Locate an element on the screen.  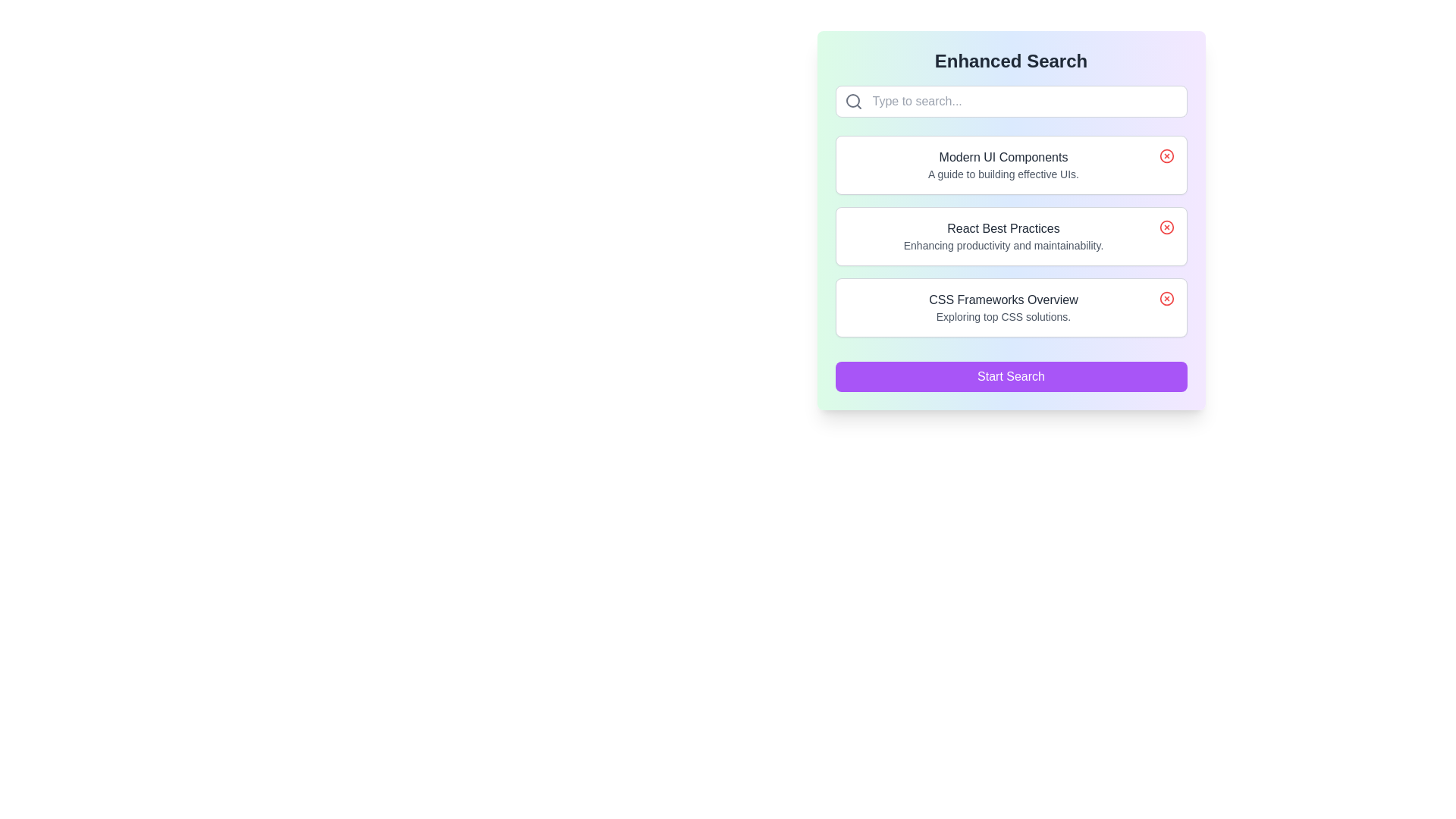
descriptive text label located below 'CSS Frameworks Overview' in the vertical list of items, specifically the description of the third item is located at coordinates (1003, 315).